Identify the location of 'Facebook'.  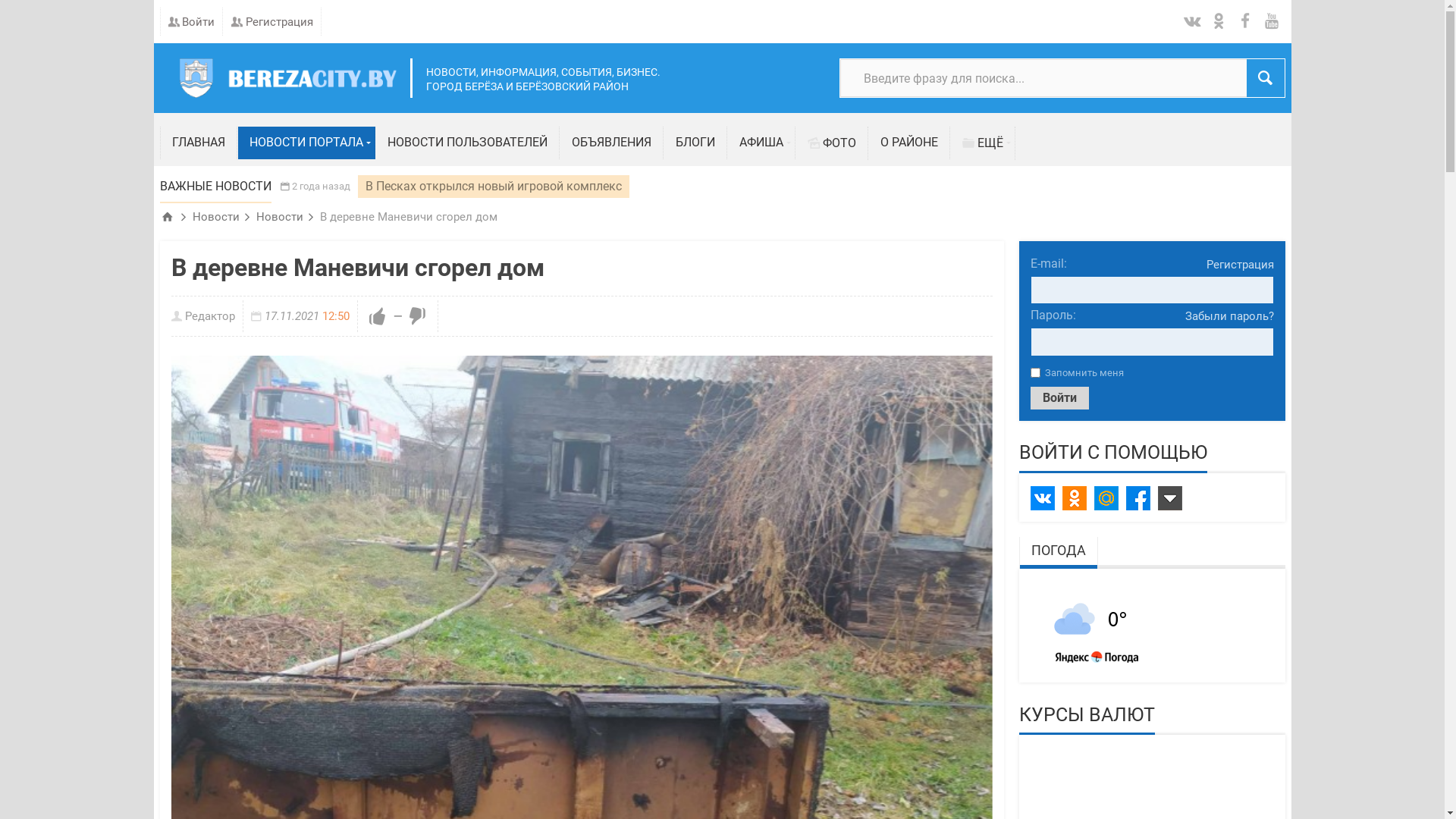
(1137, 497).